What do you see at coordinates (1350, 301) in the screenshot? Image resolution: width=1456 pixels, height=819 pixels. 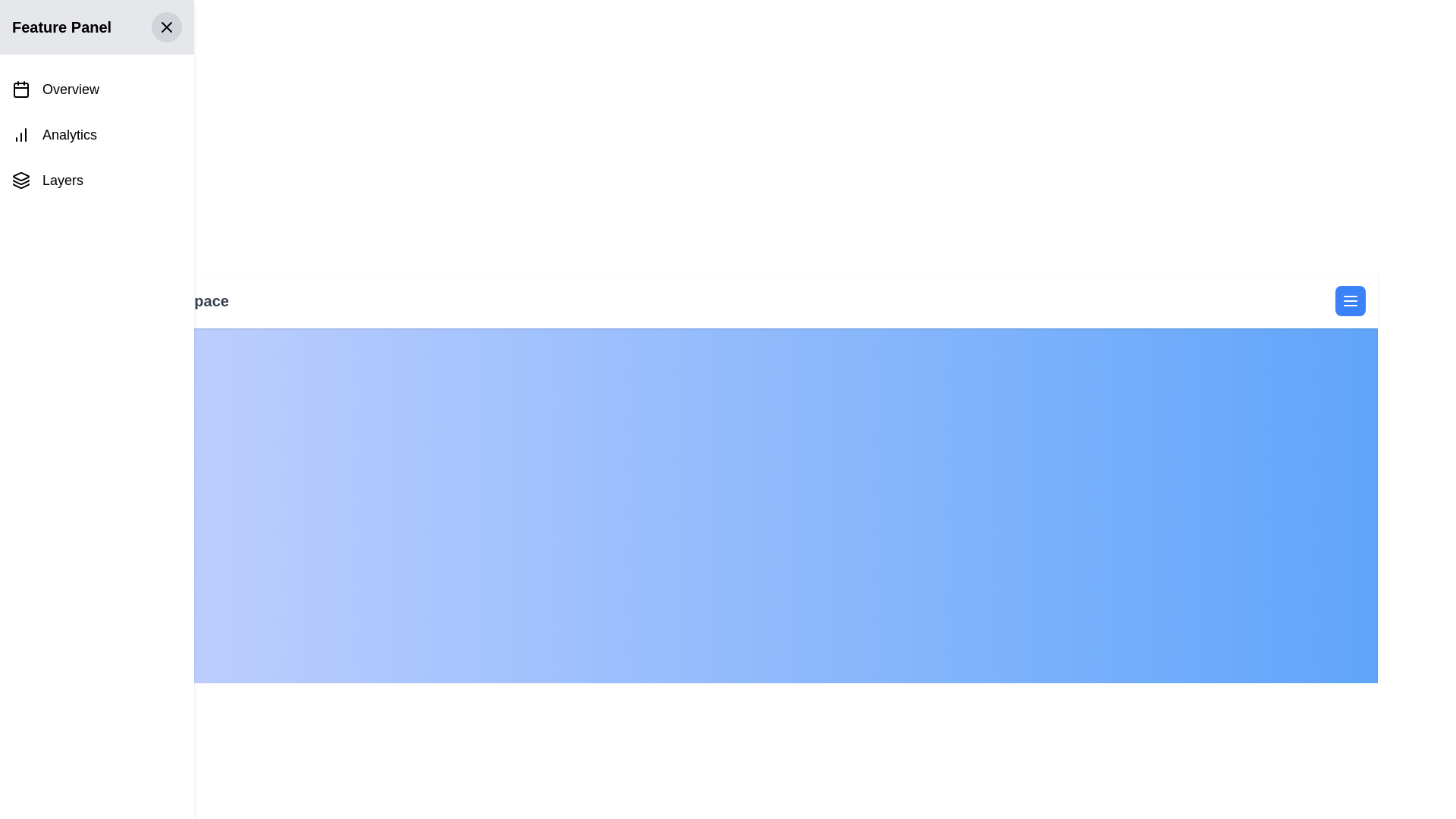 I see `the rounded rectangular button with a blue background and a white menu icon, located at the far right end of the header section` at bounding box center [1350, 301].